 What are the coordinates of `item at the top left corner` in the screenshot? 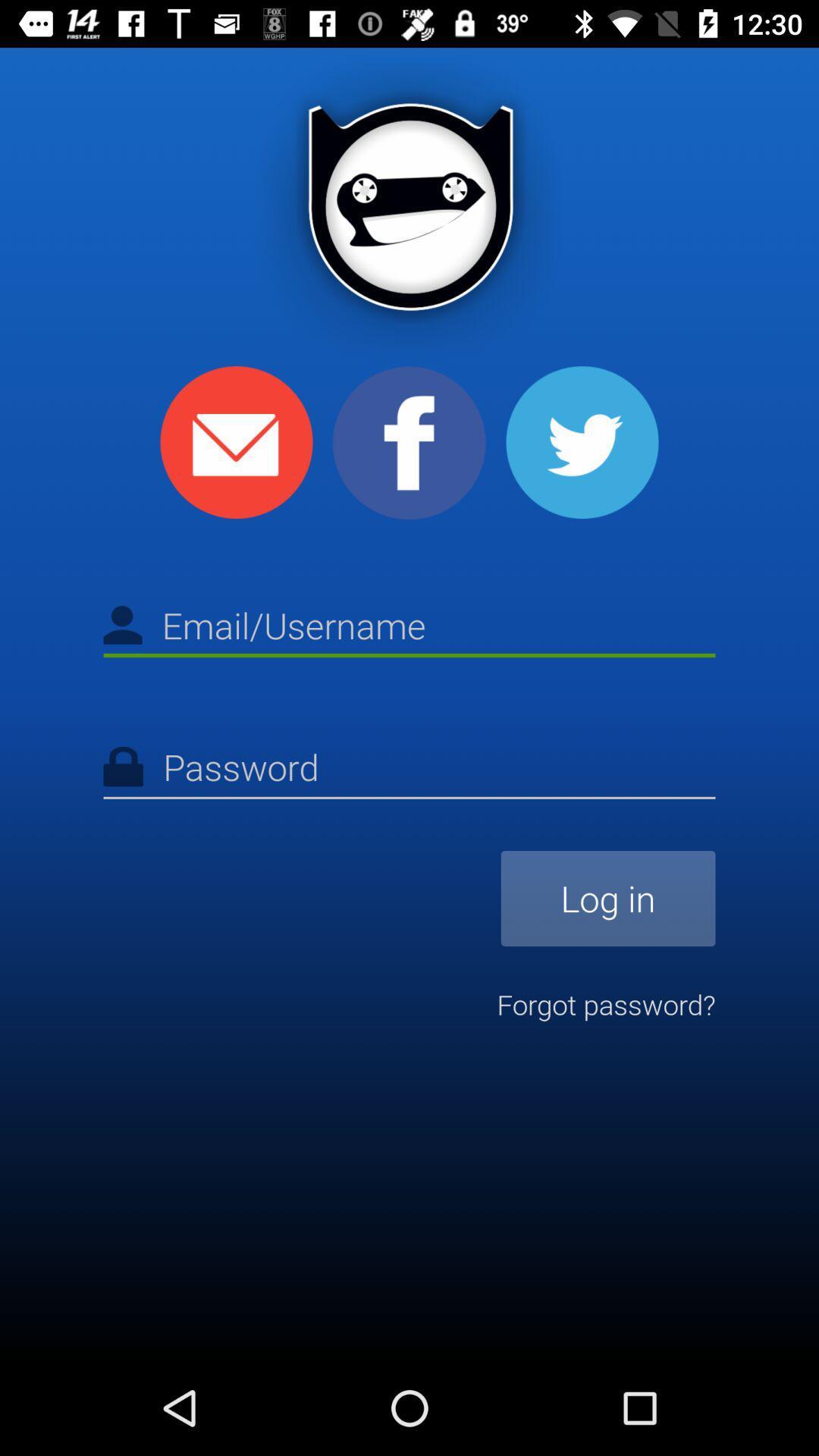 It's located at (237, 441).